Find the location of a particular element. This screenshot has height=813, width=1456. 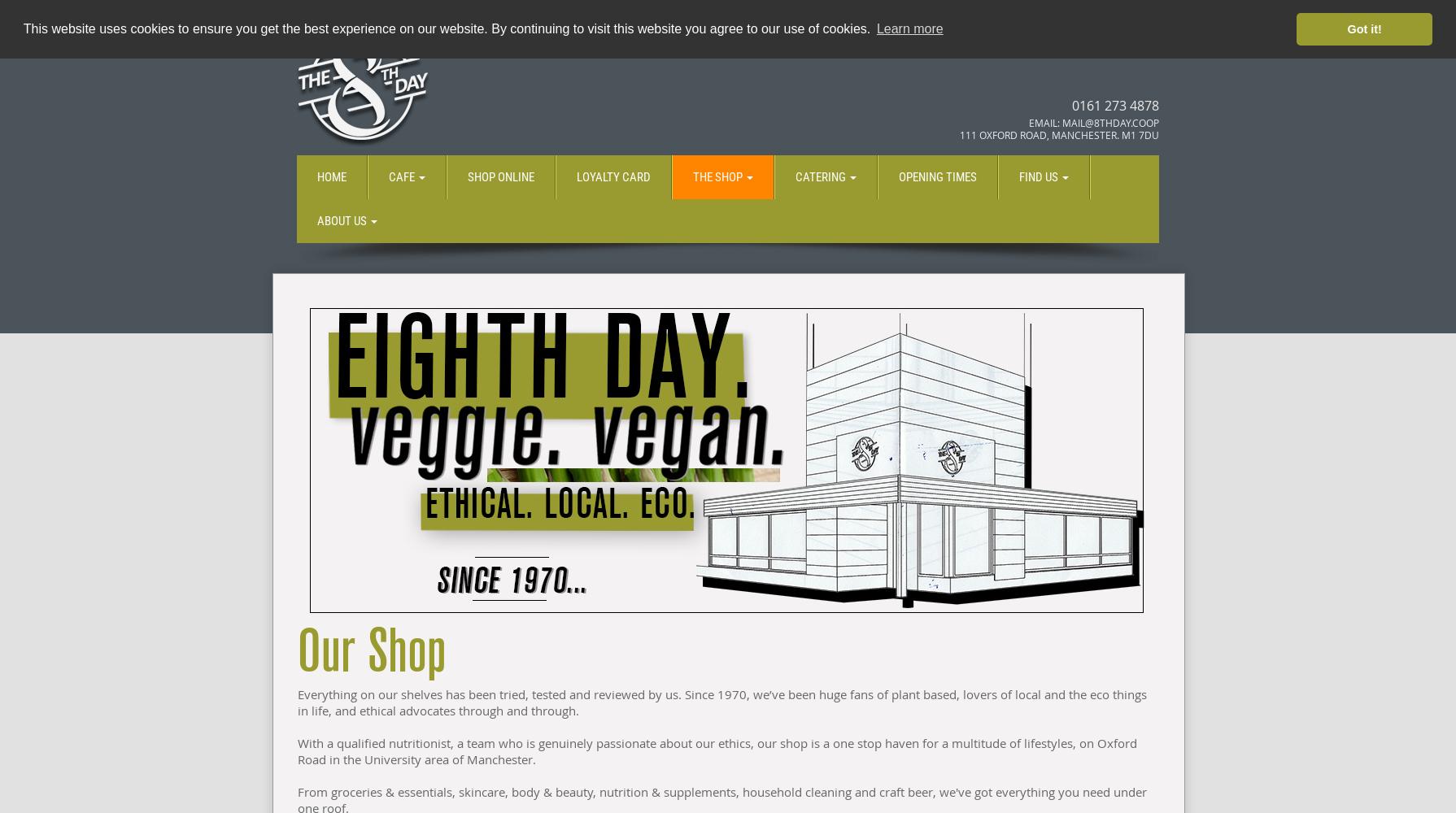

'Learn more' is located at coordinates (876, 28).